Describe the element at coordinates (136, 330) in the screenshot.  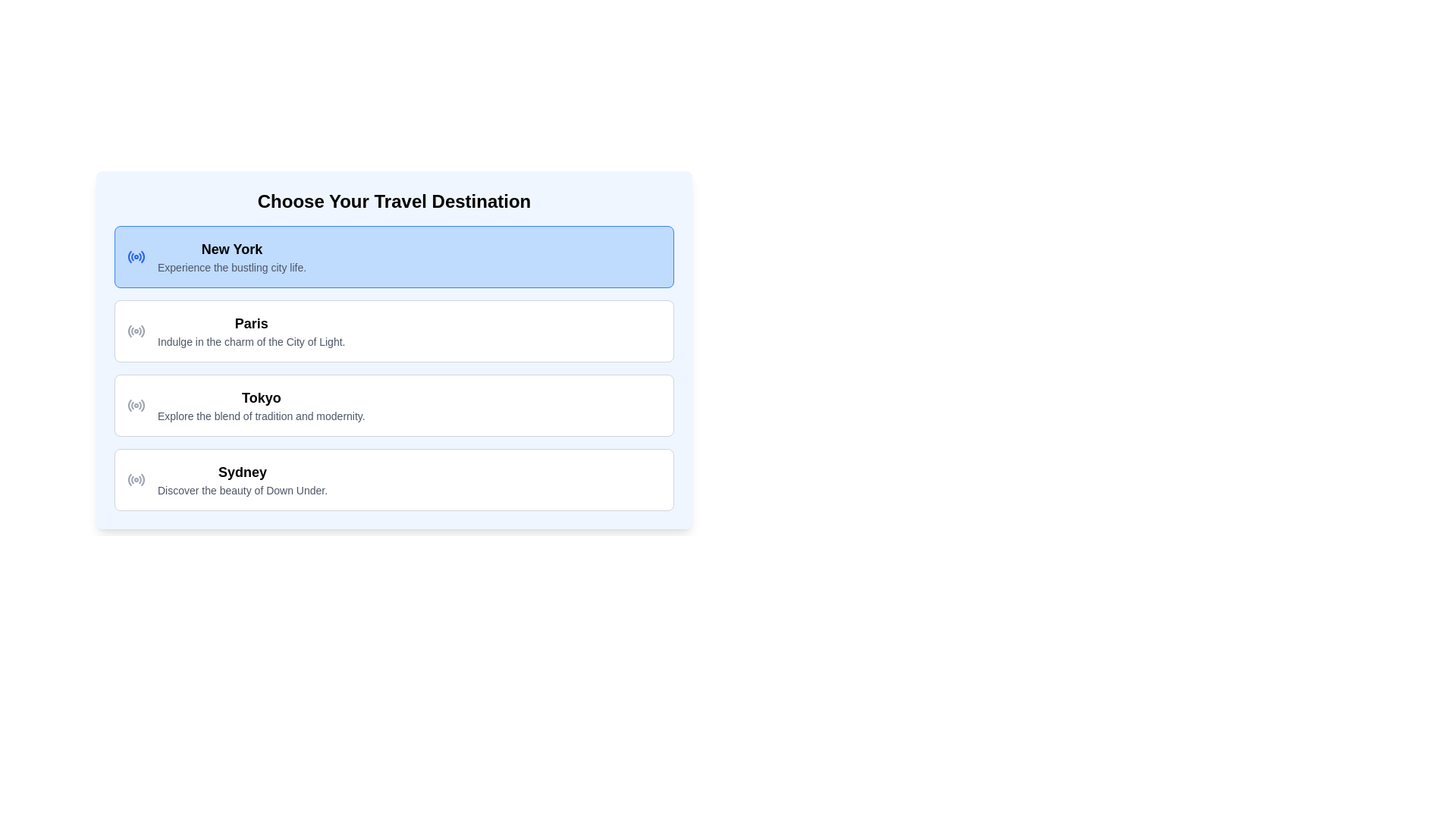
I see `the radio button` at that location.